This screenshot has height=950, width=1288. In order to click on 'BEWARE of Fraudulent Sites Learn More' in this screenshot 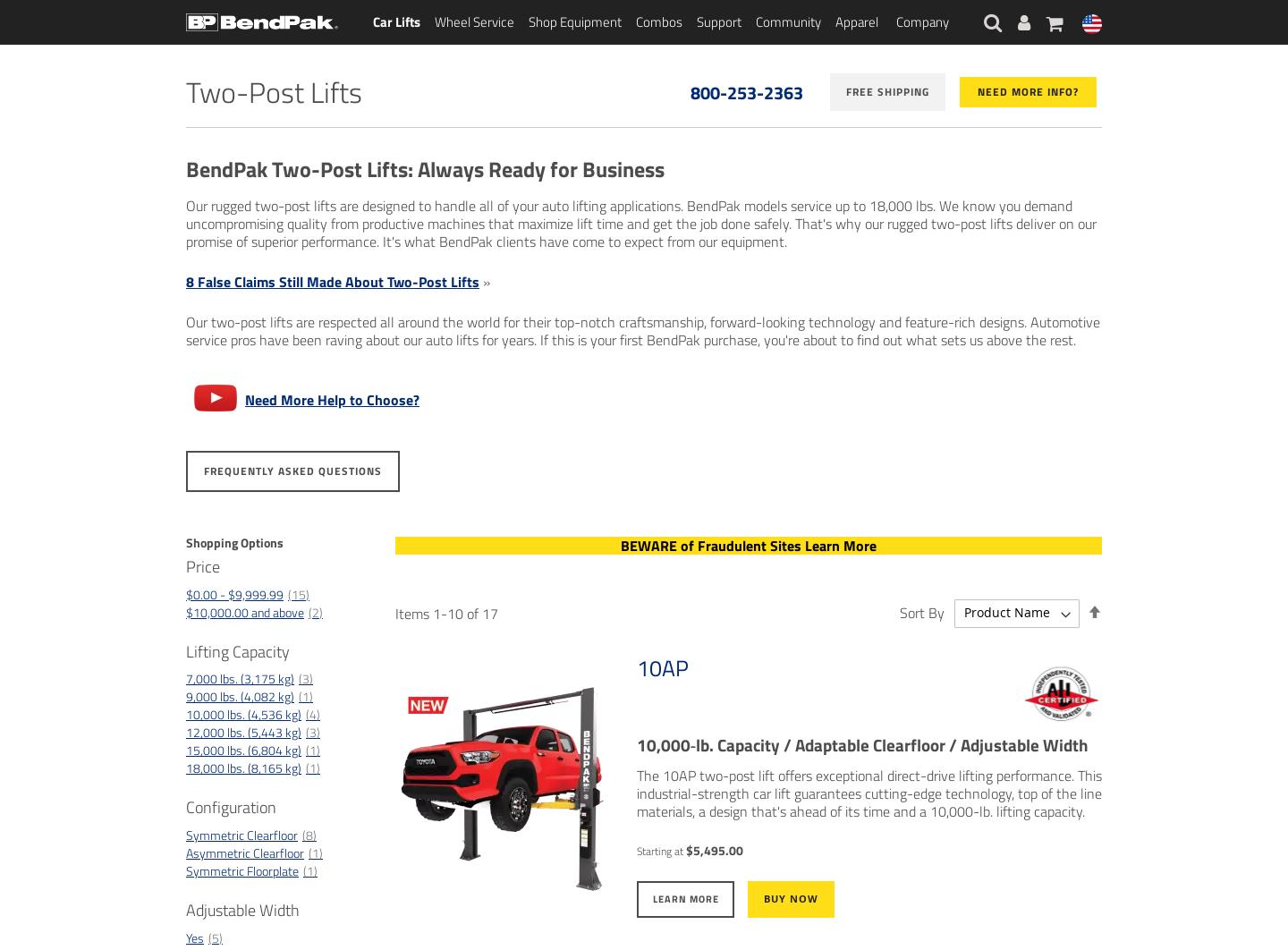, I will do `click(748, 544)`.